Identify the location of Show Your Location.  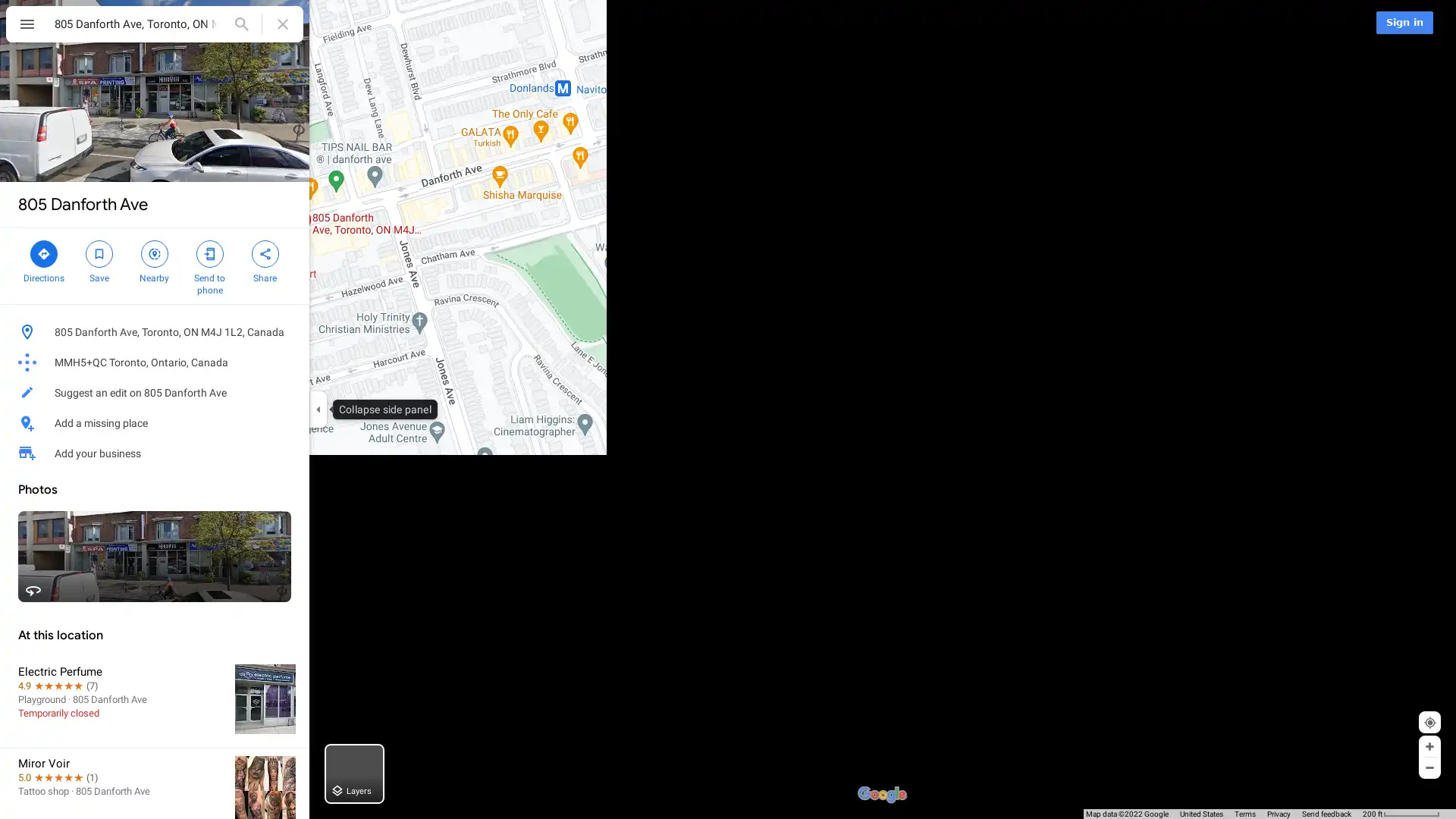
(1429, 721).